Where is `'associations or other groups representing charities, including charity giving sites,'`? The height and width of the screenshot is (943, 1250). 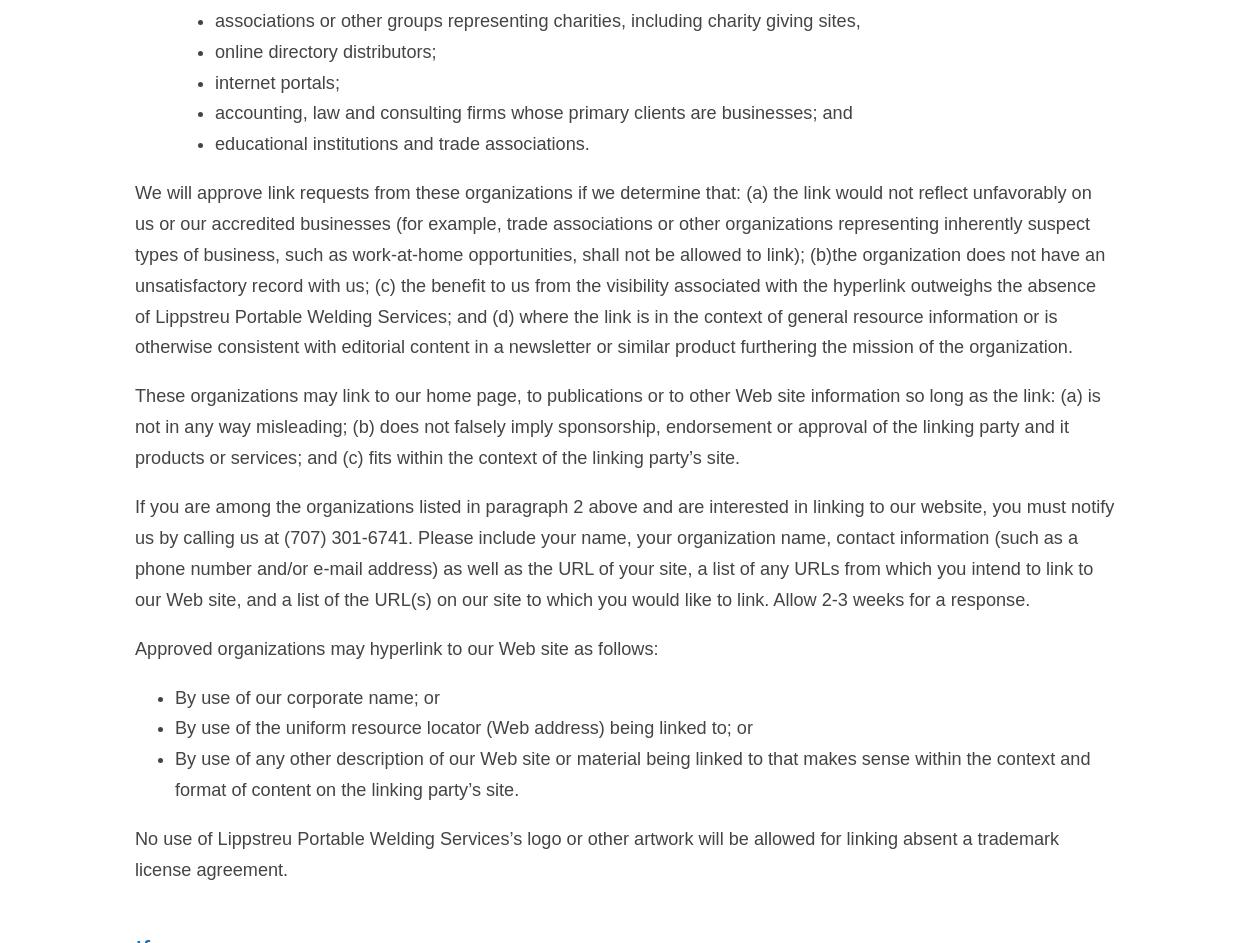 'associations or other groups representing charities, including charity giving sites,' is located at coordinates (537, 19).